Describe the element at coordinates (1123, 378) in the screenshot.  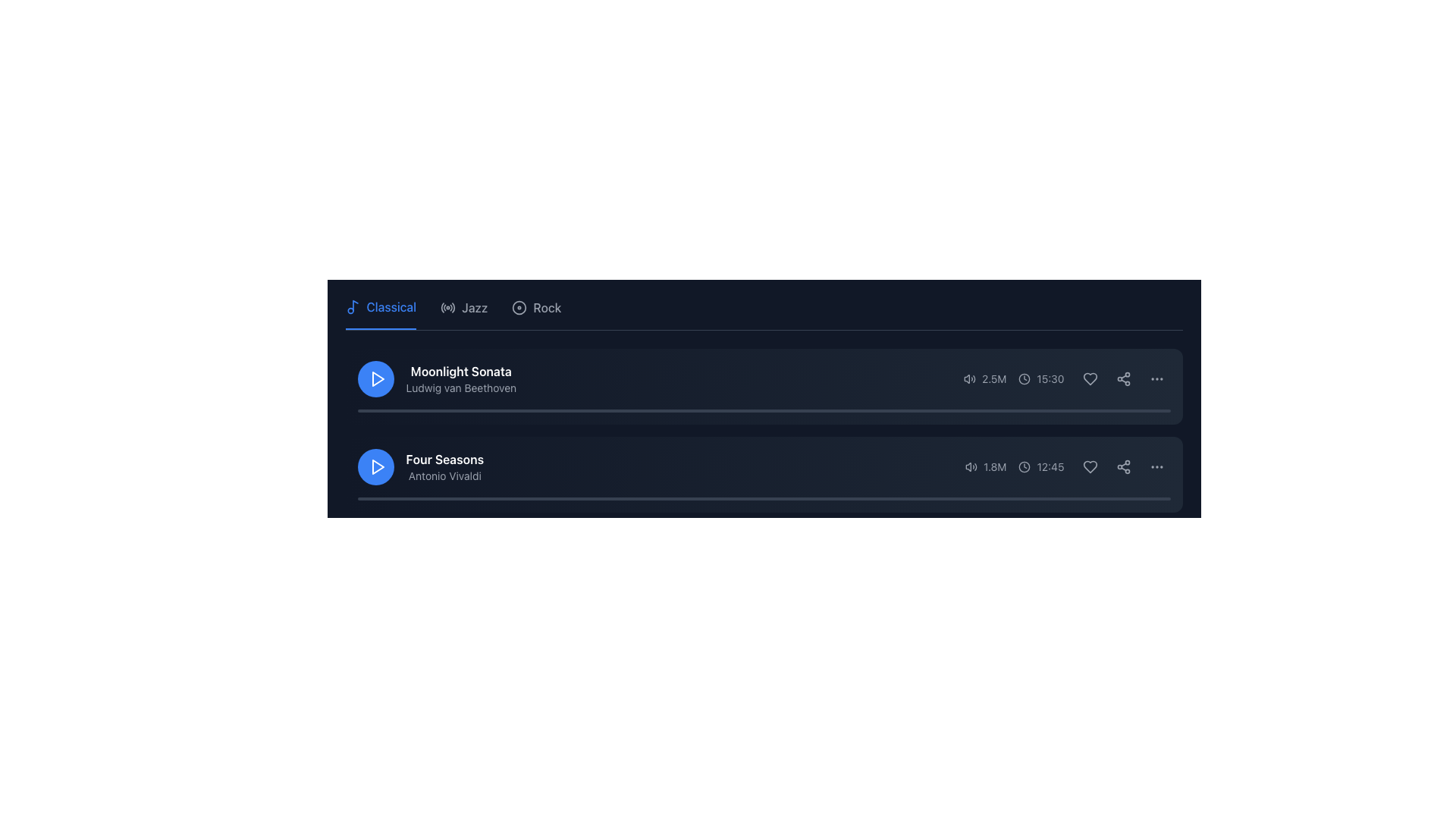
I see `the share button located to the right of the heart-shaped favorite icon` at that location.